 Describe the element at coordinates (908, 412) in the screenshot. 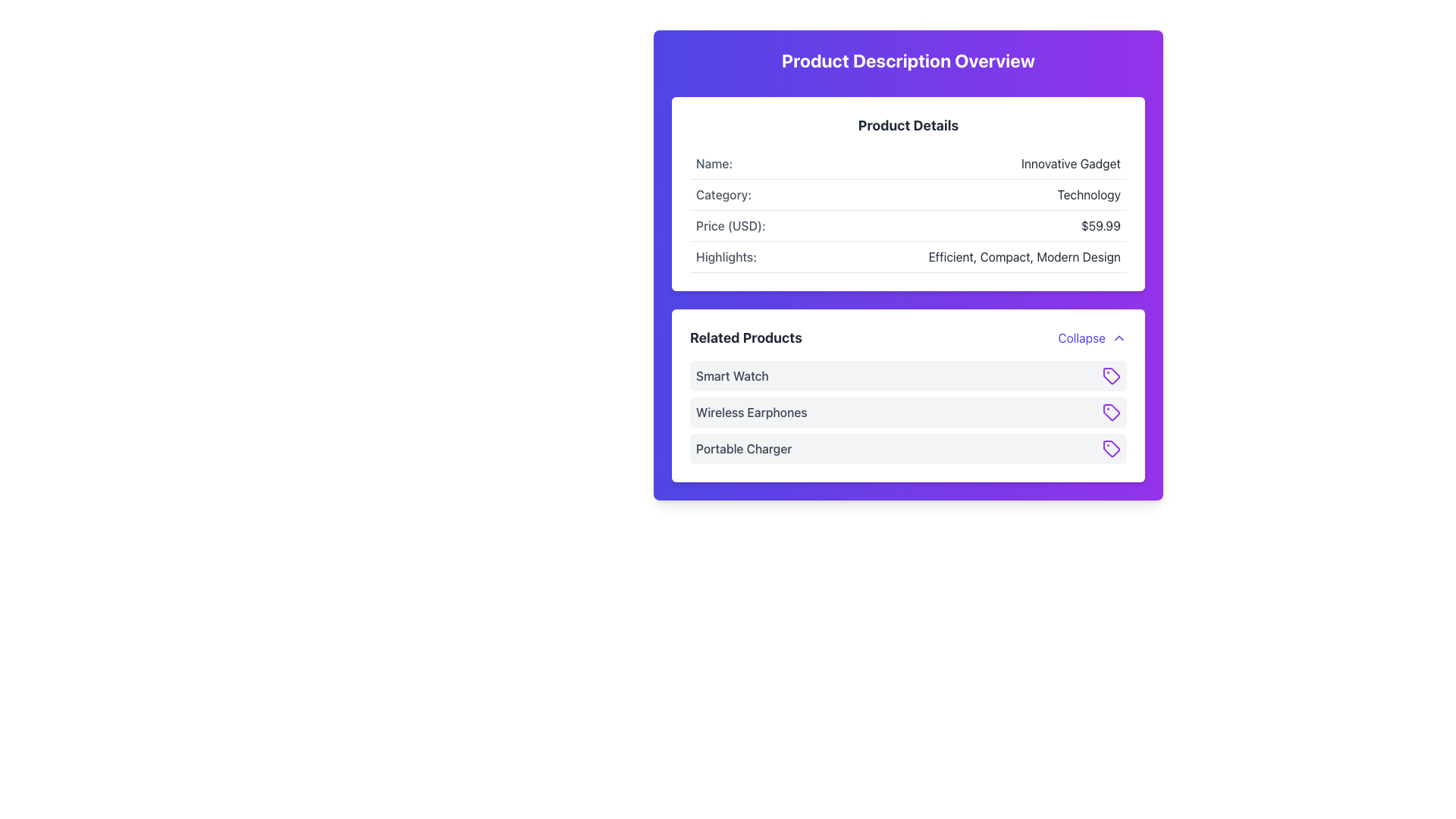

I see `the second list item labeled 'Wireless Earphones' under the 'Related Products' section` at that location.